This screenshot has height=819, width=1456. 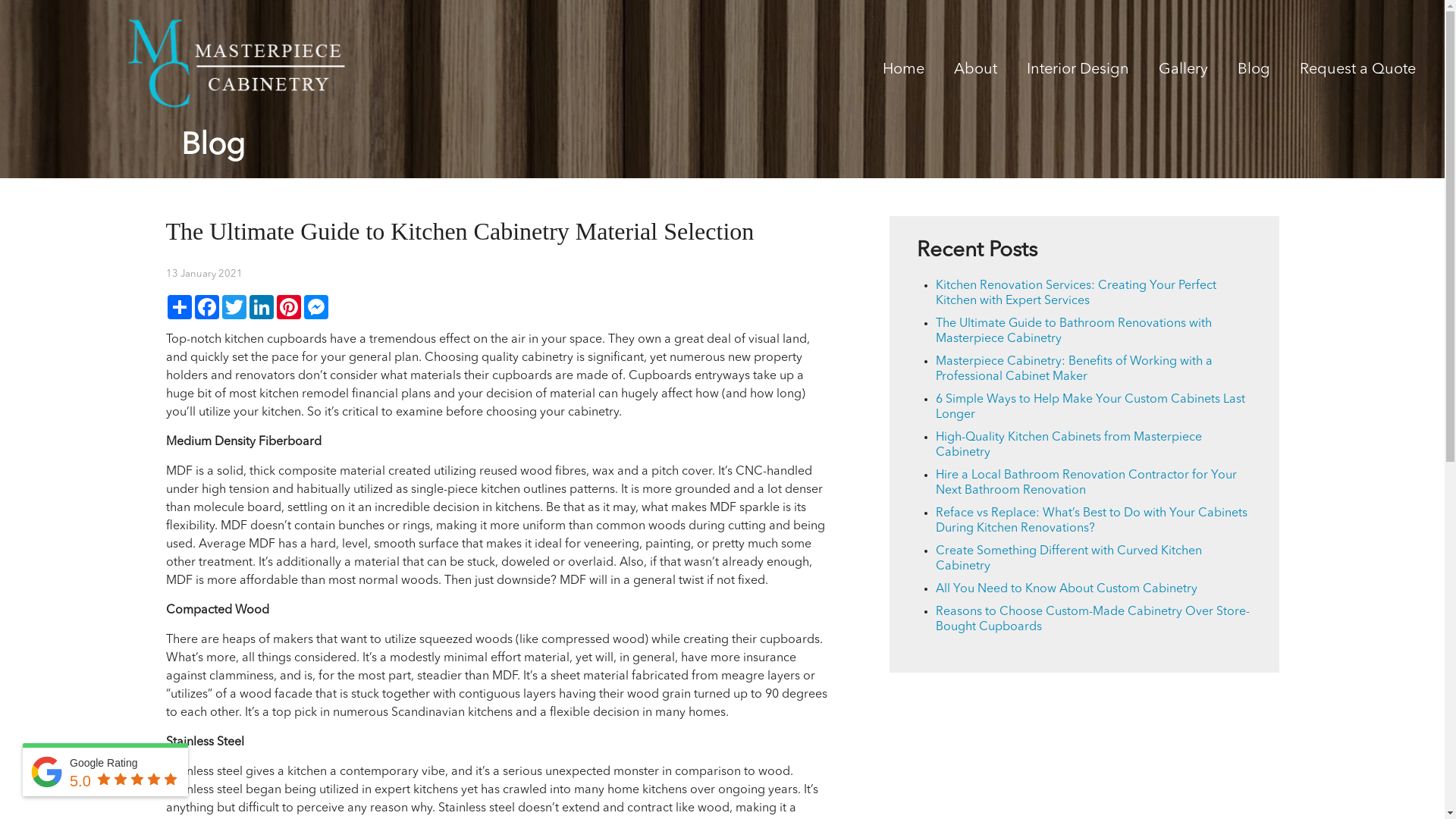 I want to click on 'LinkedIn', so click(x=247, y=307).